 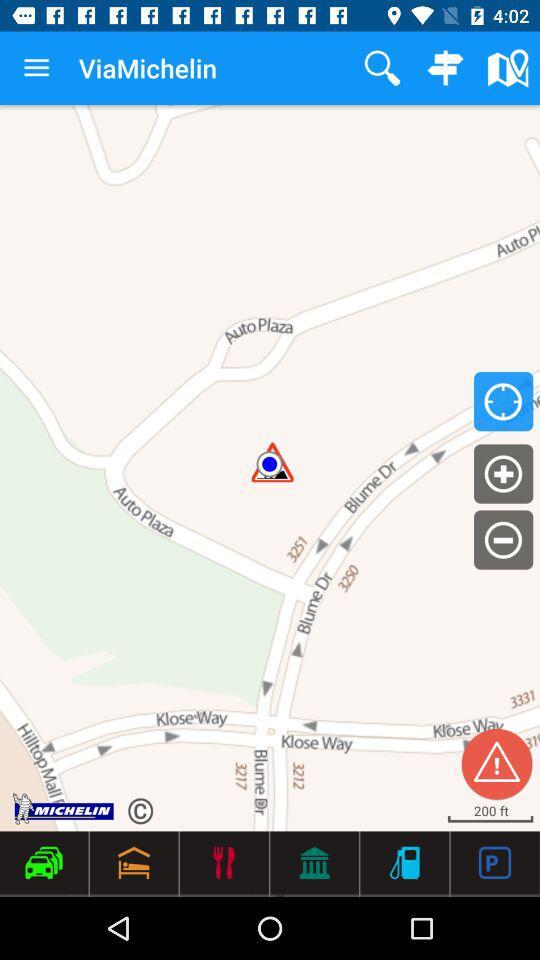 What do you see at coordinates (502, 473) in the screenshot?
I see `the add icon` at bounding box center [502, 473].